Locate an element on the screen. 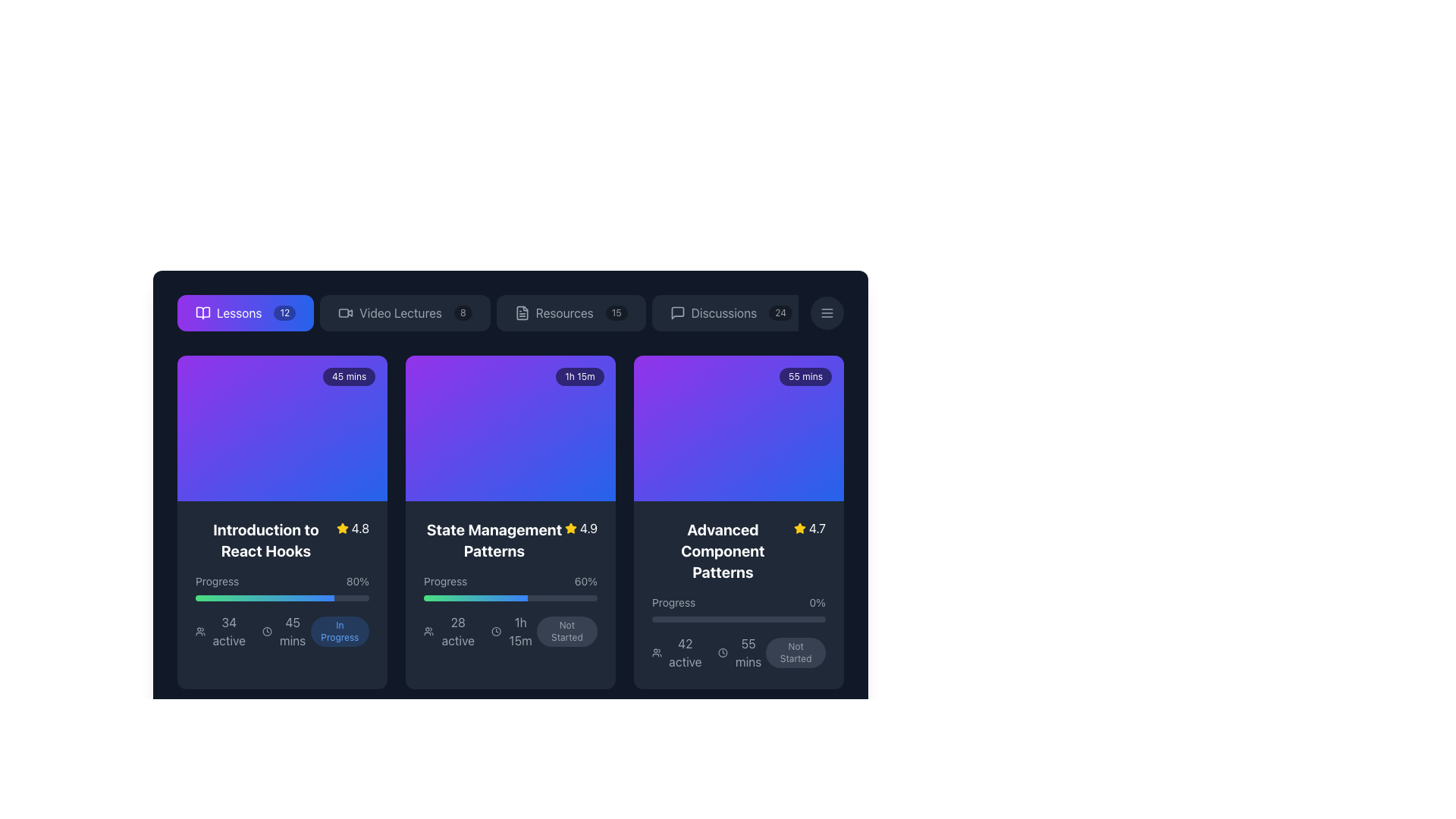 This screenshot has height=819, width=1456. the Progress bar located within the 'Introduction to React Hooks' card, below the 'Progress' label and '80%' progress indicator text is located at coordinates (282, 598).